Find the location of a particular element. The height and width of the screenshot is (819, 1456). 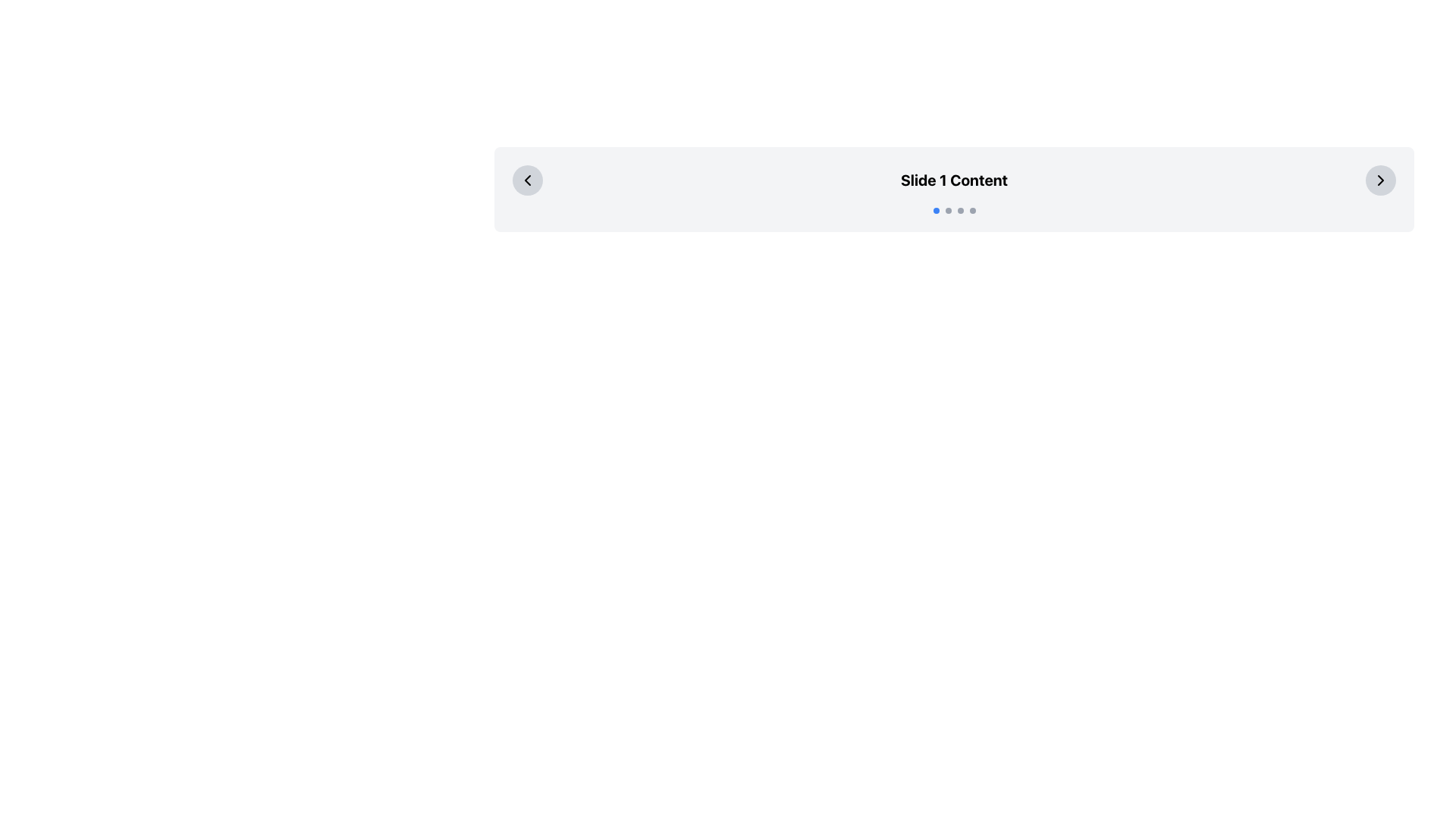

the navigation button located at the far left of the slider interface is located at coordinates (528, 180).